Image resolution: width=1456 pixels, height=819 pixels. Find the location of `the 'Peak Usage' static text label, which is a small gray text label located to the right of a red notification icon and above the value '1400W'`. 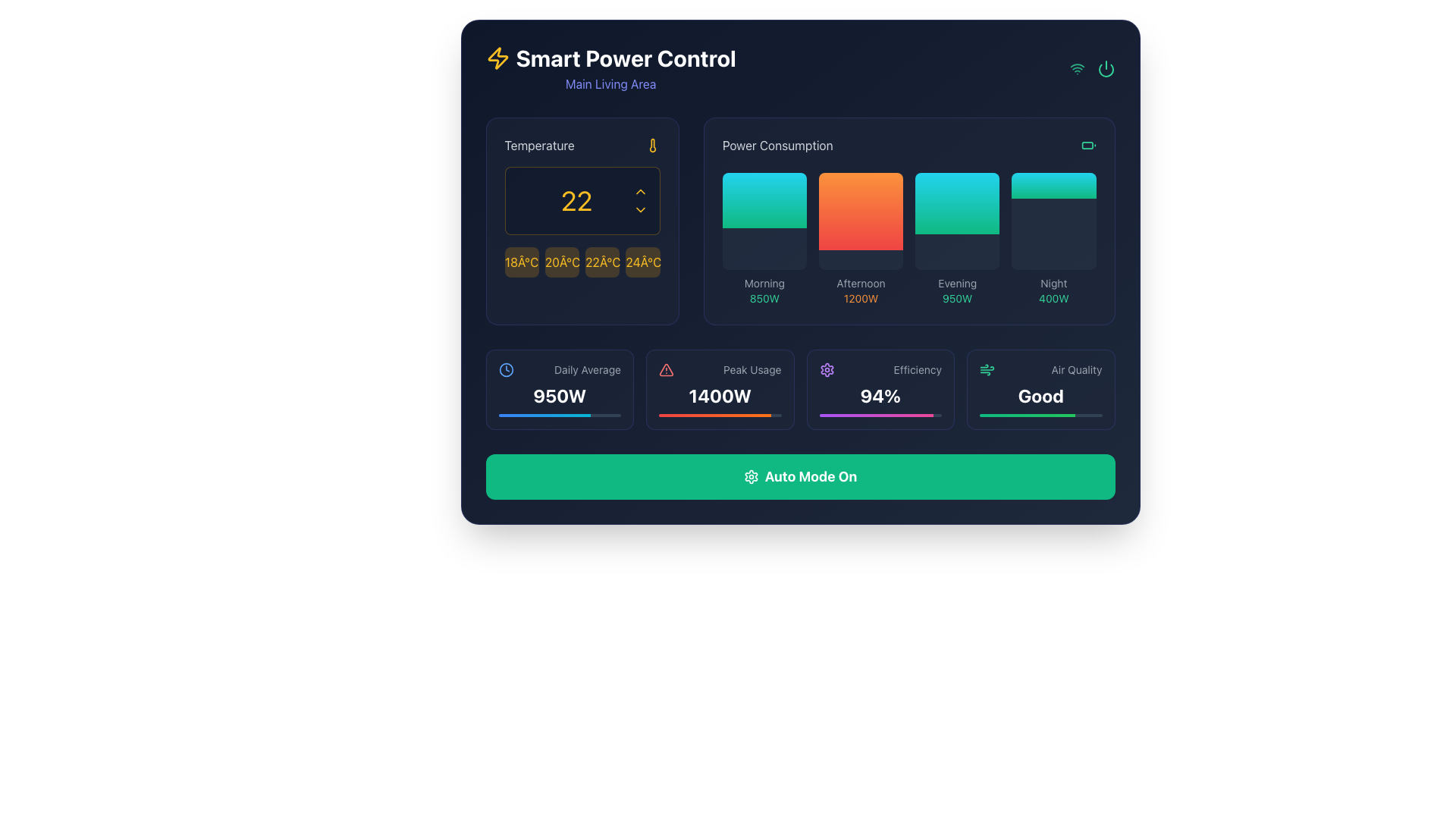

the 'Peak Usage' static text label, which is a small gray text label located to the right of a red notification icon and above the value '1400W' is located at coordinates (752, 370).